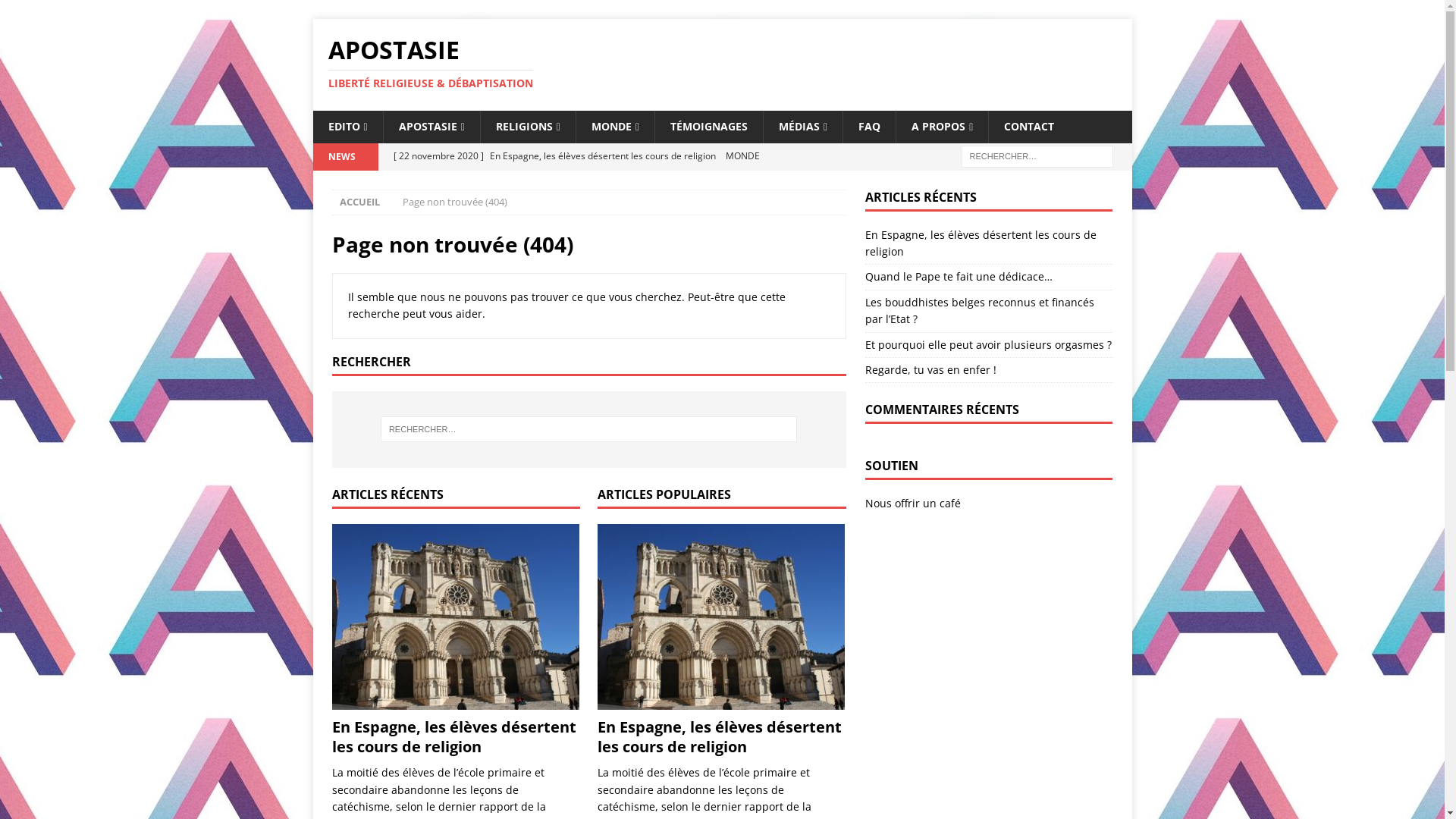 The width and height of the screenshot is (1456, 819). What do you see at coordinates (346, 125) in the screenshot?
I see `'EDITO'` at bounding box center [346, 125].